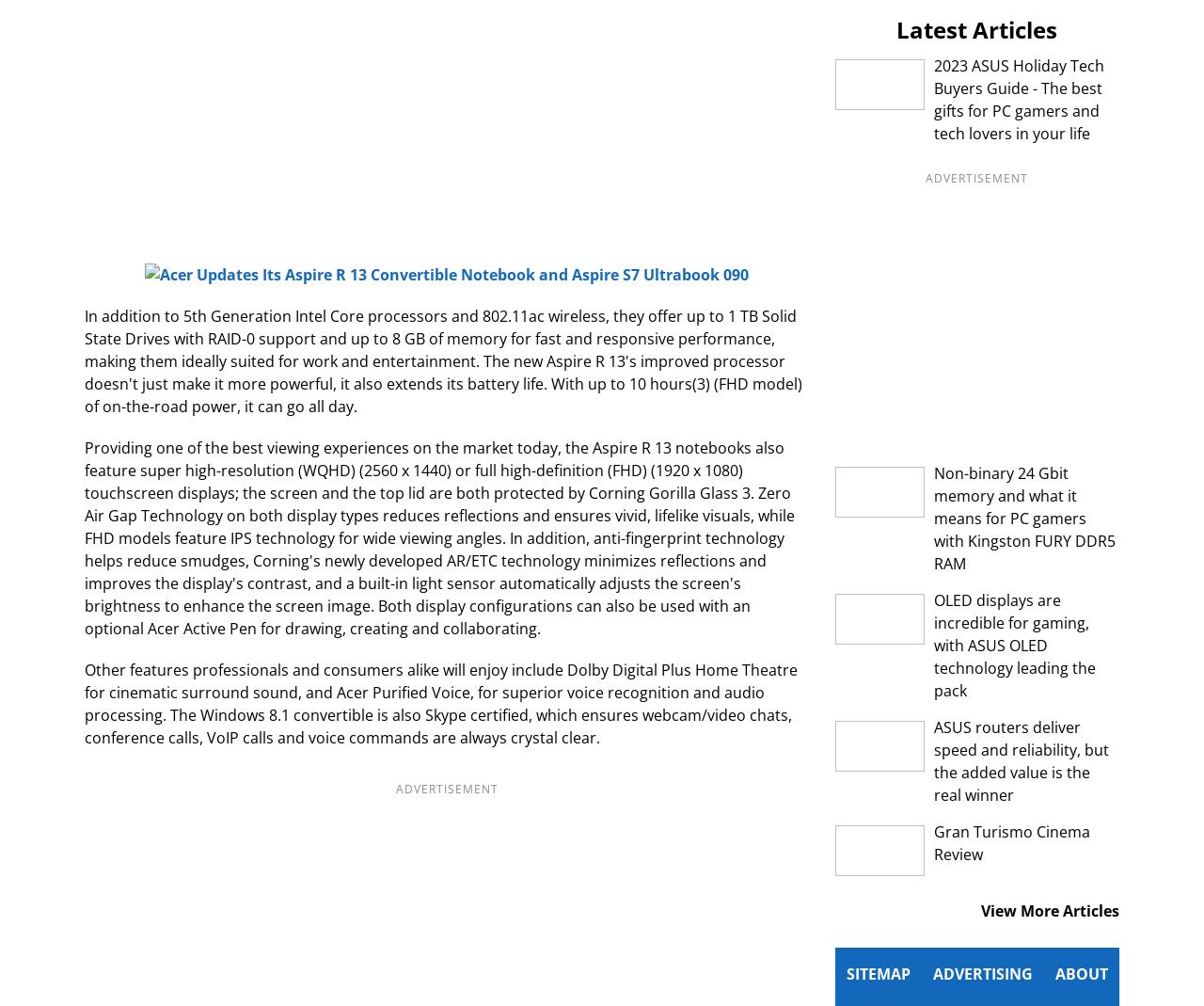 The width and height of the screenshot is (1204, 1006). Describe the element at coordinates (1022, 518) in the screenshot. I see `'Non-binary 24 Gbit memory and what it means for PC gamers with Kingston FURY DDR5 RAM'` at that location.